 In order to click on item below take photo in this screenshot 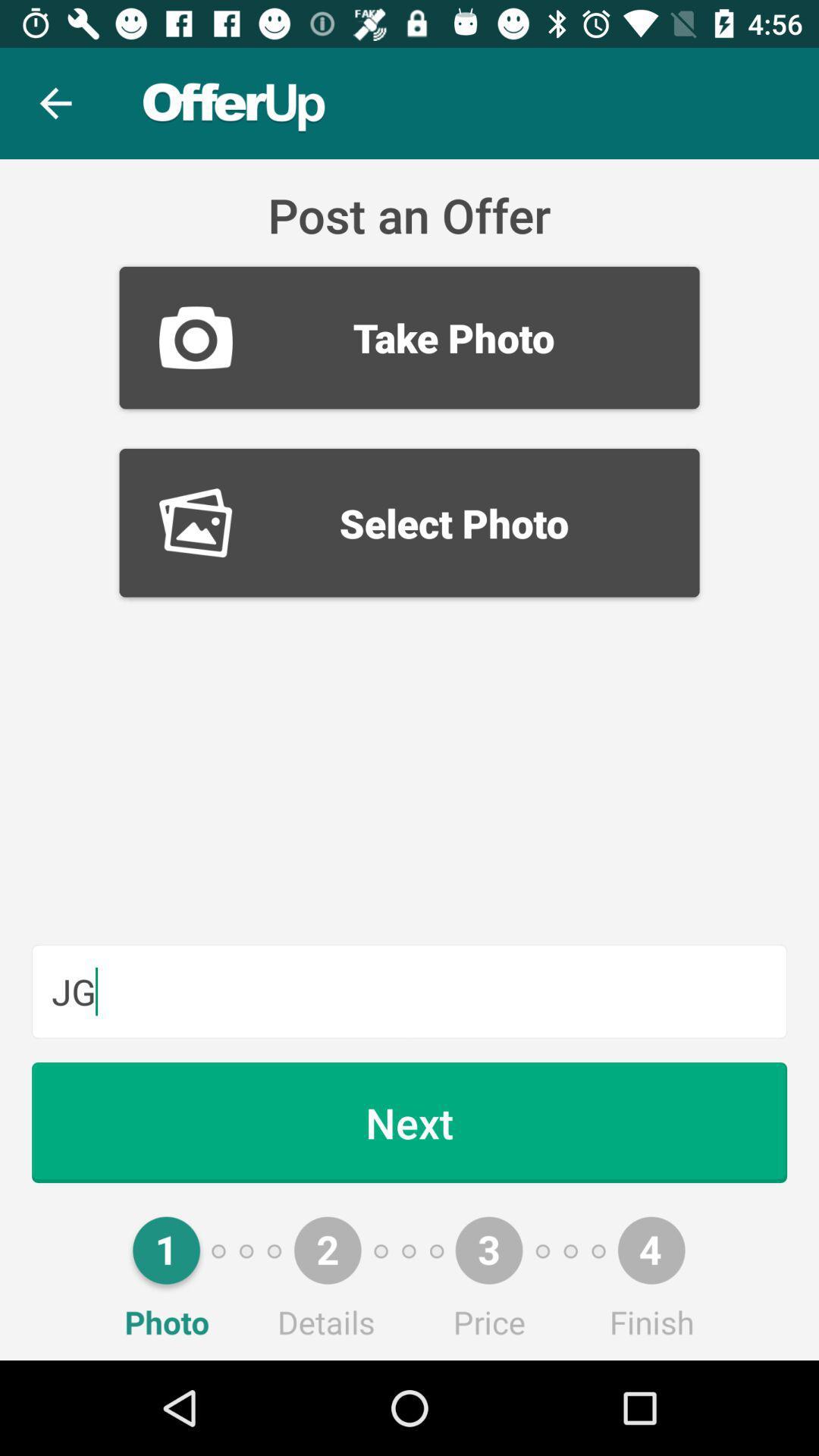, I will do `click(409, 522)`.